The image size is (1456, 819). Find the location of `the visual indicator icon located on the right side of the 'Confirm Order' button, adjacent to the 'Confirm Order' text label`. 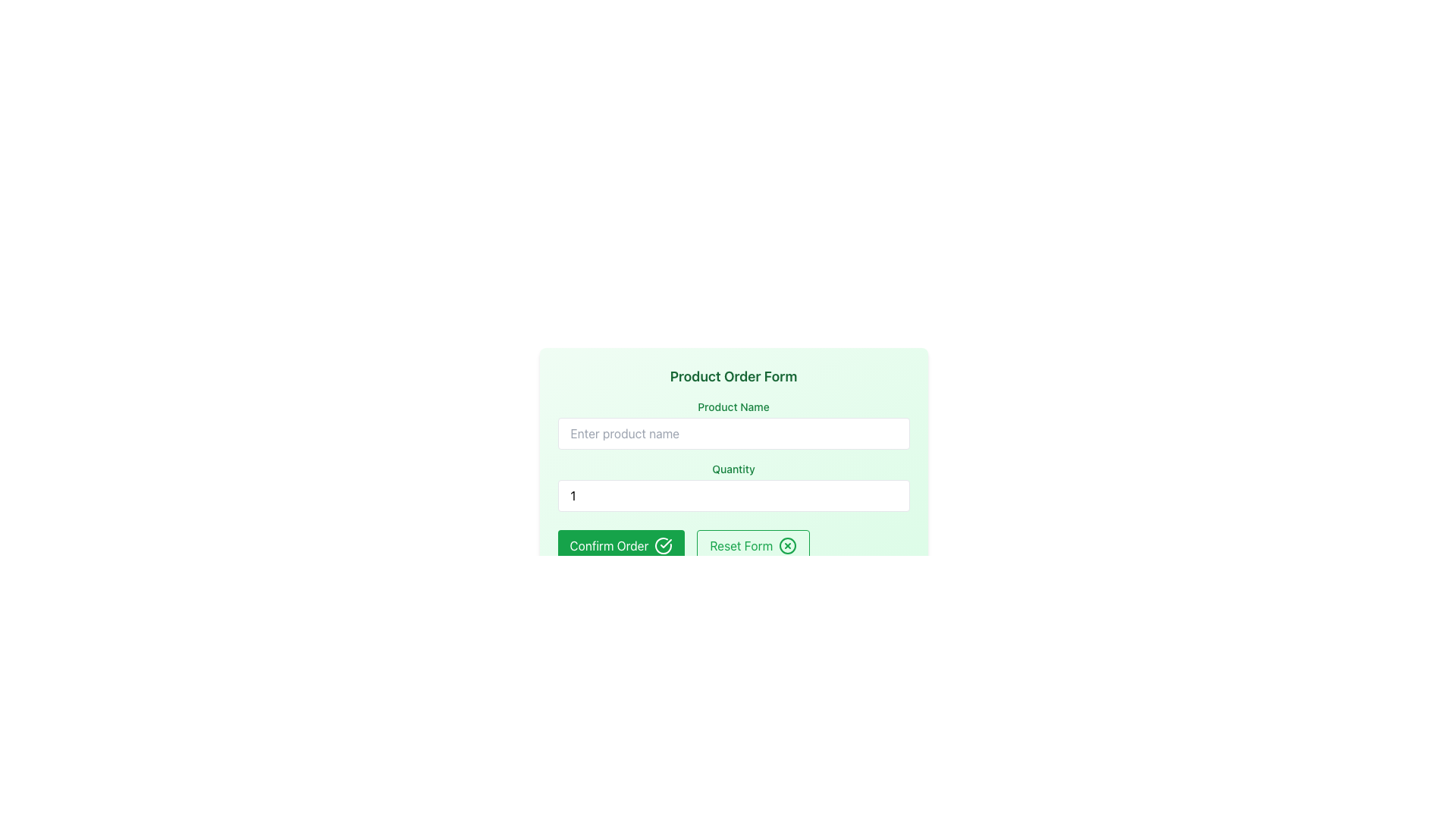

the visual indicator icon located on the right side of the 'Confirm Order' button, adjacent to the 'Confirm Order' text label is located at coordinates (664, 546).